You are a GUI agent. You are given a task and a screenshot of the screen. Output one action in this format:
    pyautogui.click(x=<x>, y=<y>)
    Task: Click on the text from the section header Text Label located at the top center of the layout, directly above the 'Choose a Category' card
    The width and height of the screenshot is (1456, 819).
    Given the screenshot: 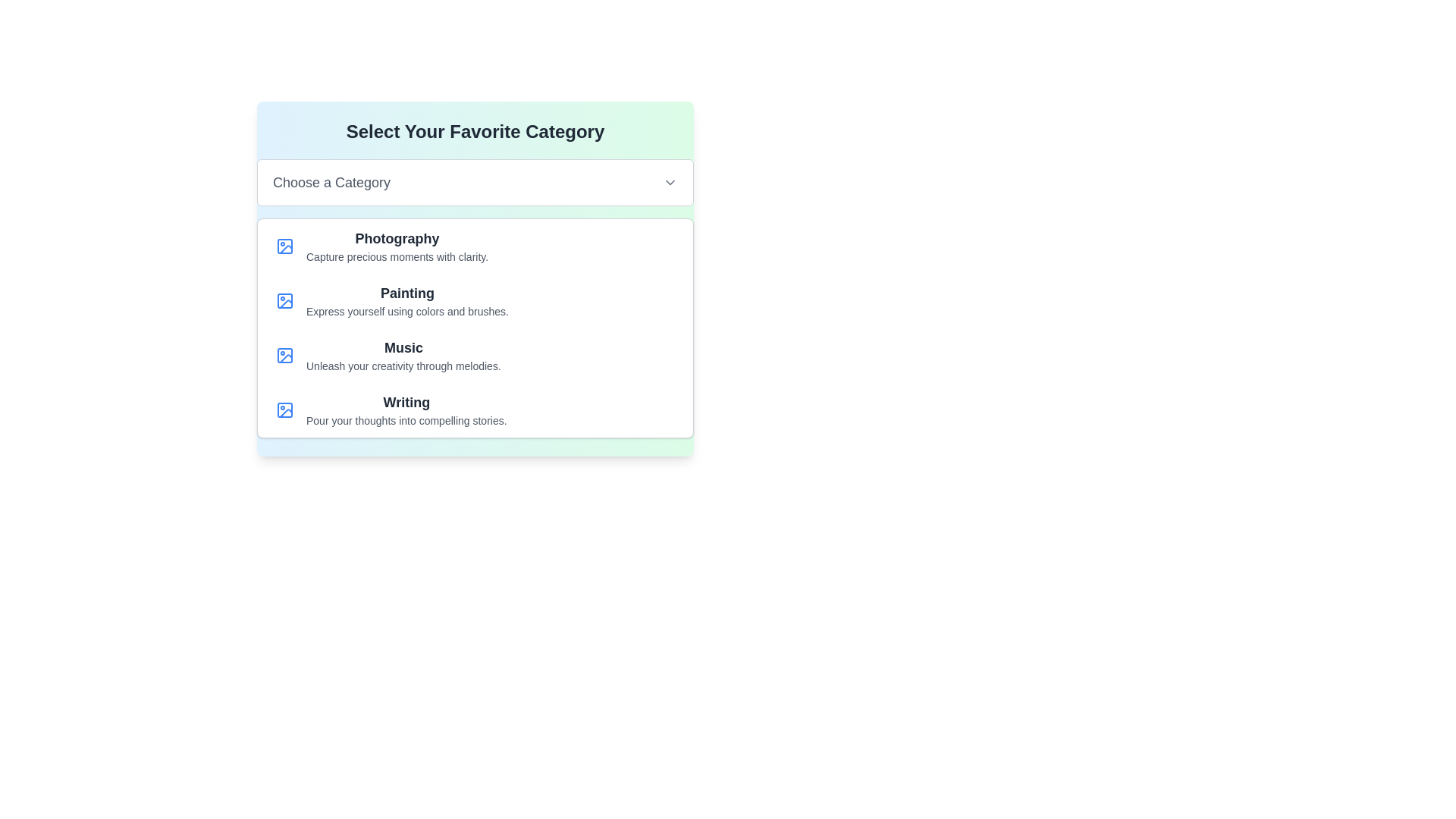 What is the action you would take?
    pyautogui.click(x=475, y=130)
    